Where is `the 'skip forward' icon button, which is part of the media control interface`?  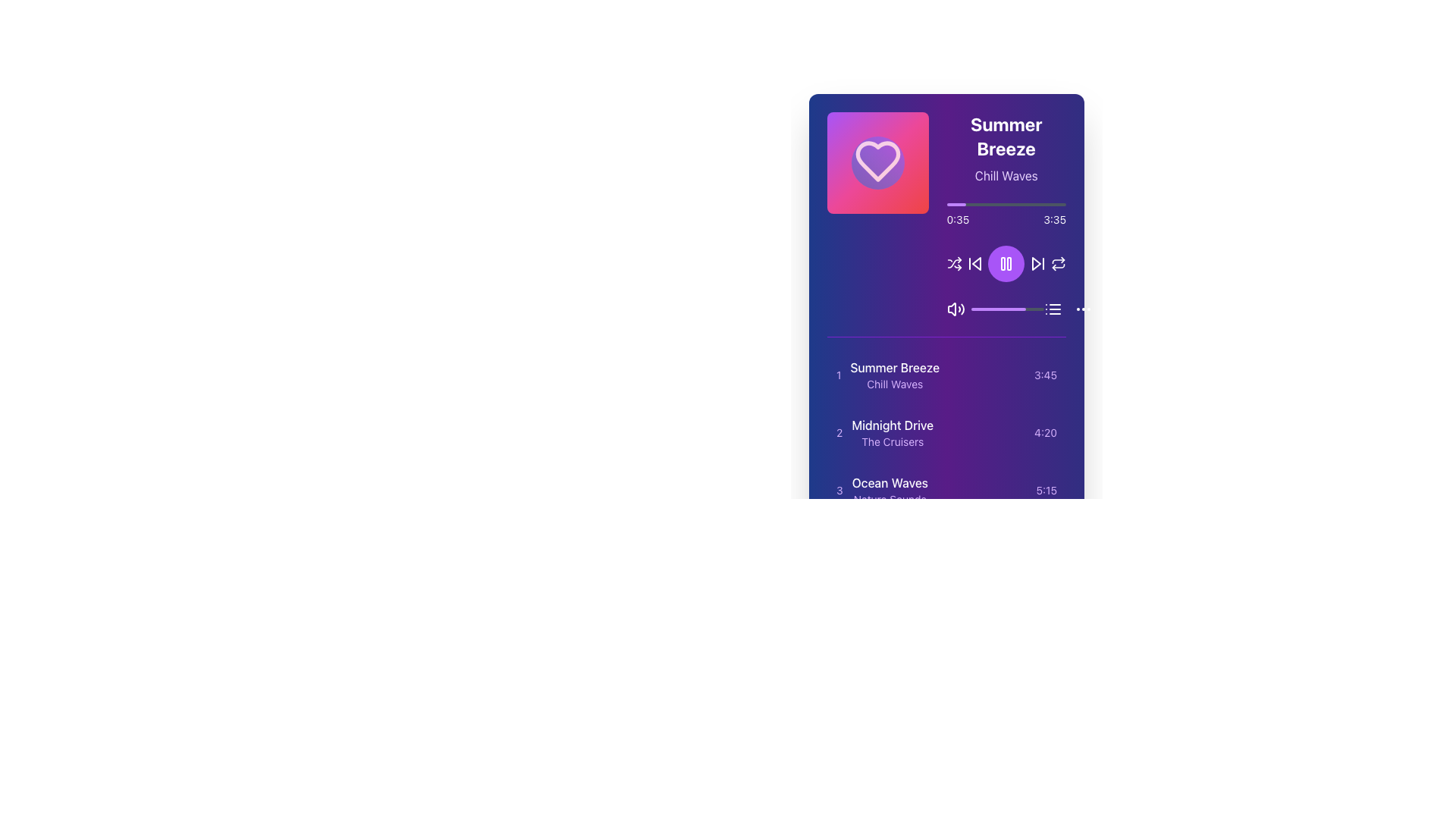 the 'skip forward' icon button, which is part of the media control interface is located at coordinates (1037, 262).